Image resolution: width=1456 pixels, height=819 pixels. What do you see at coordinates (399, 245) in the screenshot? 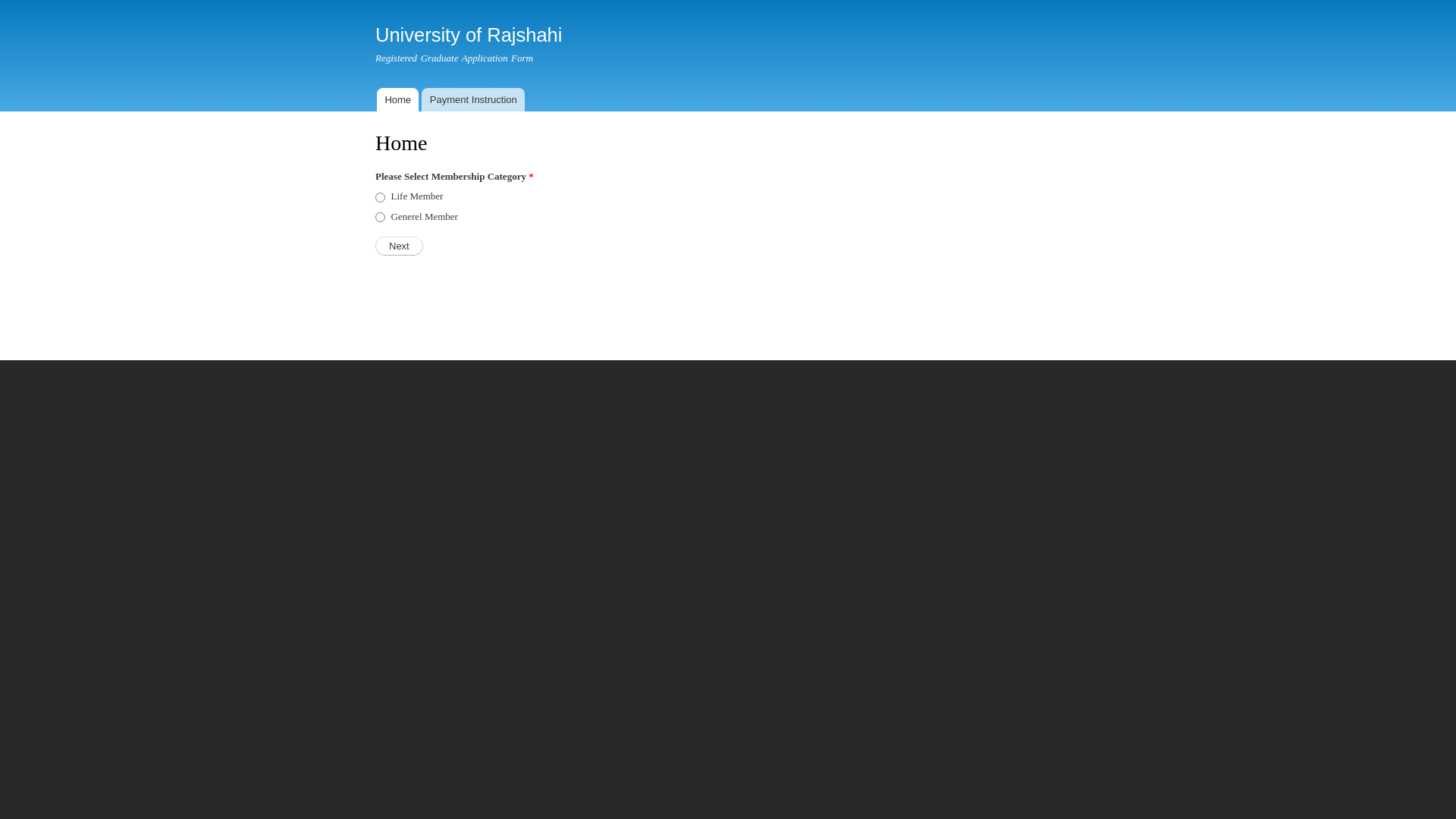
I see `'Next'` at bounding box center [399, 245].